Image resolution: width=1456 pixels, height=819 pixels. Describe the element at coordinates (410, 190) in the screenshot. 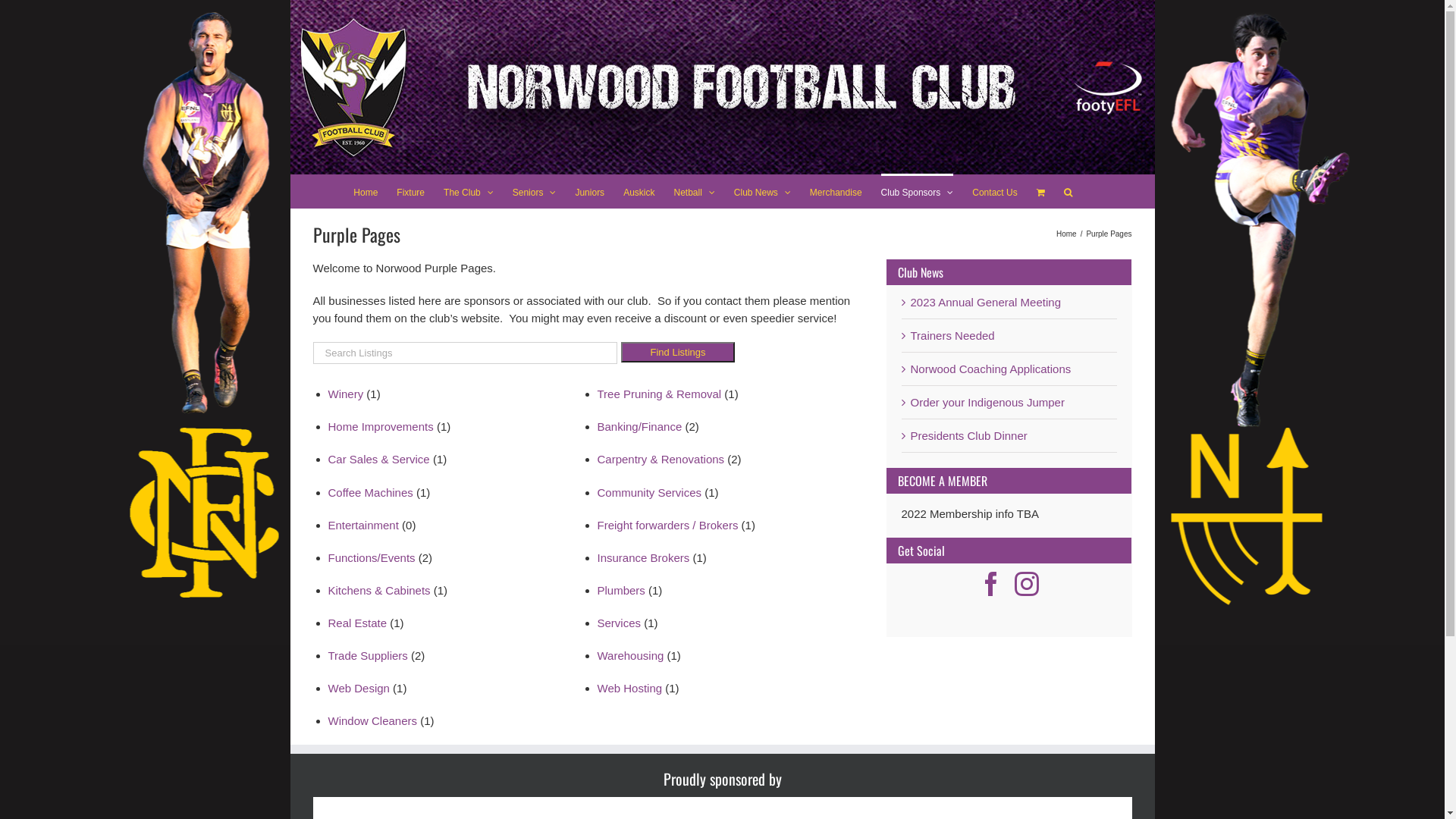

I see `'Fixture'` at that location.